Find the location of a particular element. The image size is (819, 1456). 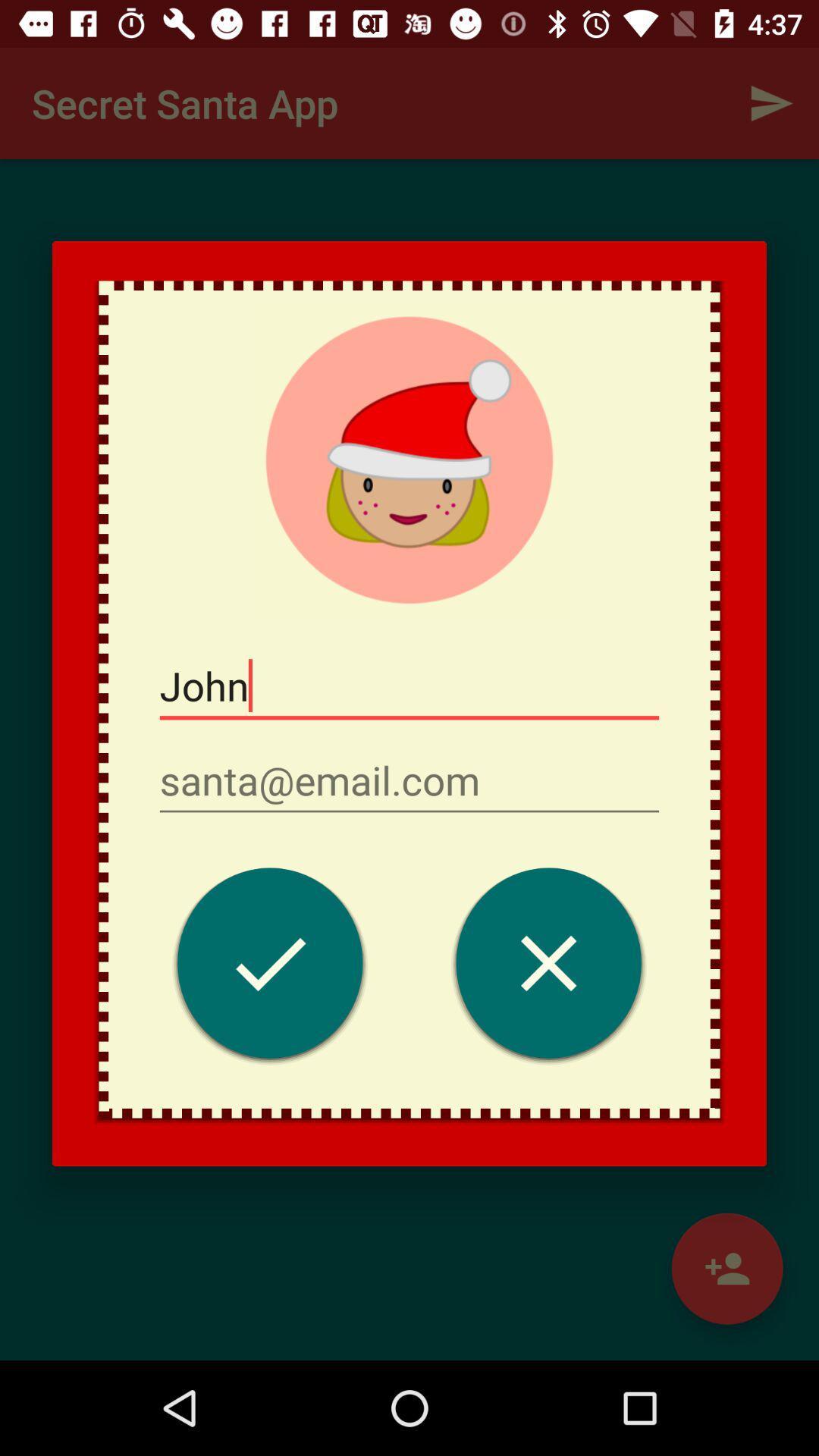

to cancel is located at coordinates (548, 966).